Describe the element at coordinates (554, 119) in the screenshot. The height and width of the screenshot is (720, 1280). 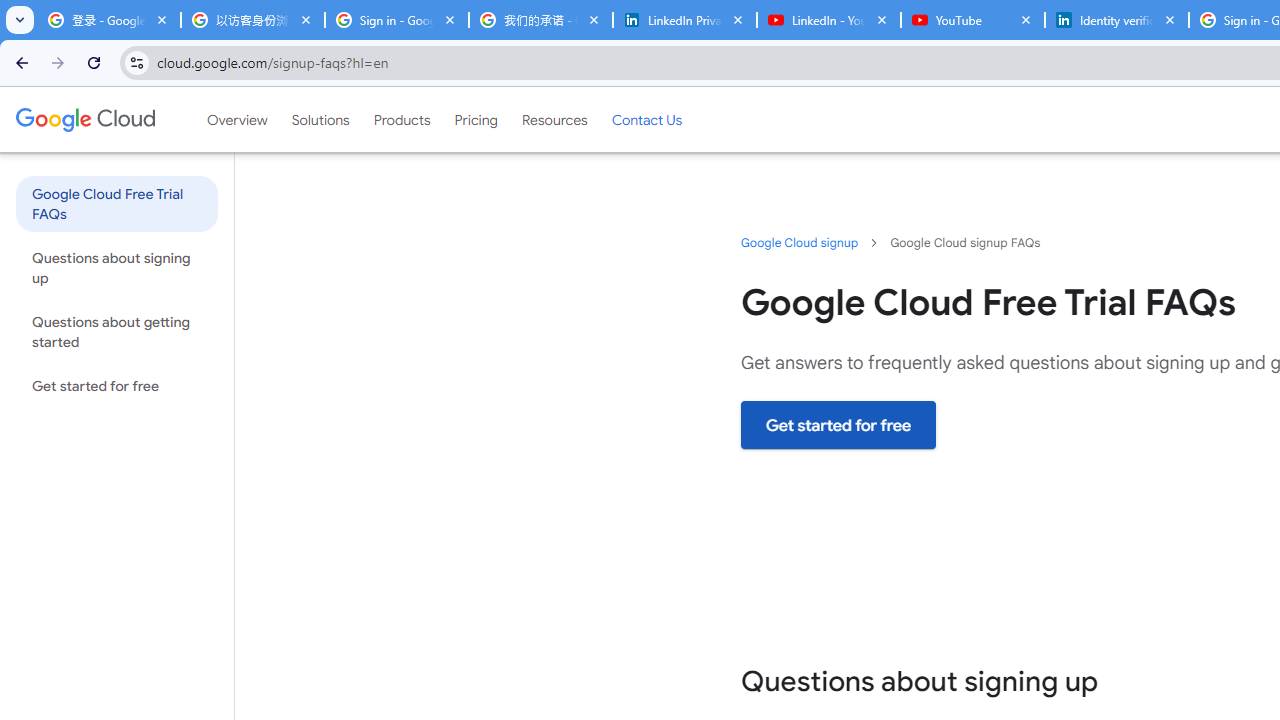
I see `'Resources'` at that location.